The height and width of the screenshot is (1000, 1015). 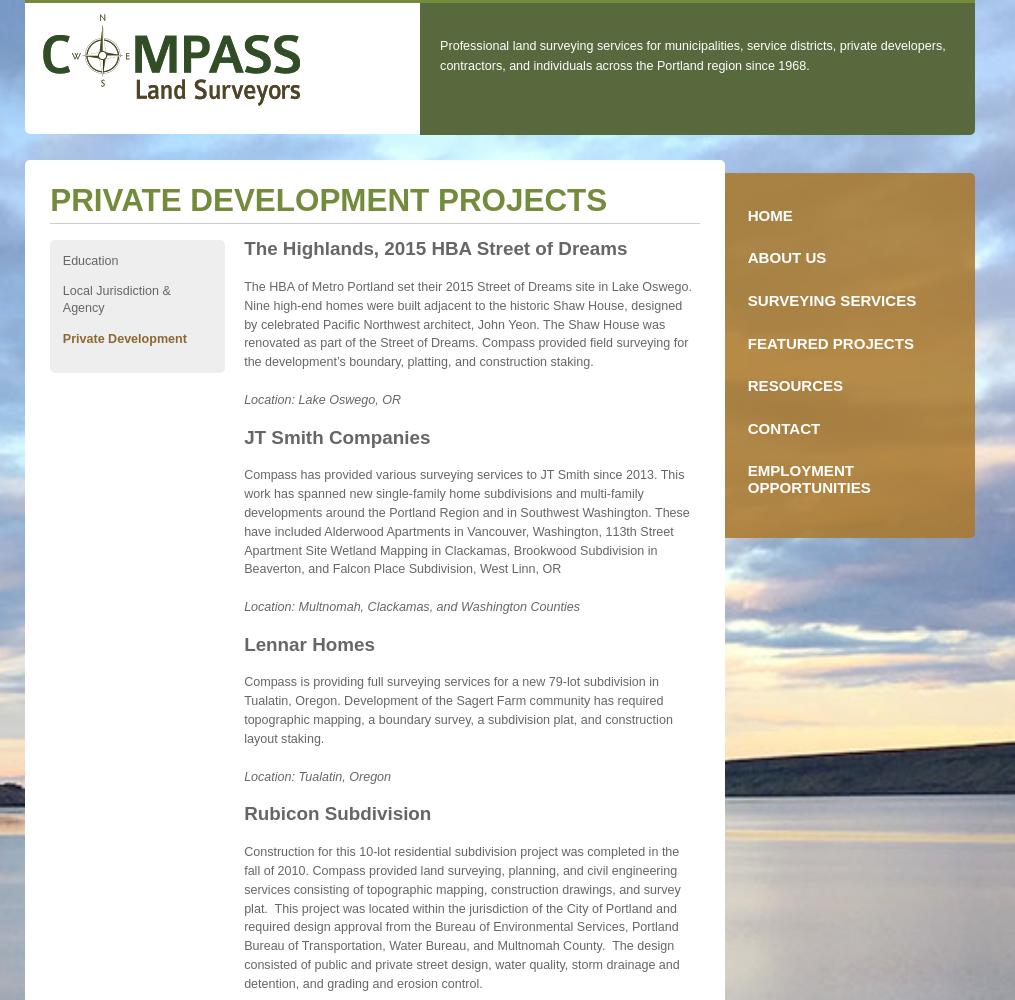 What do you see at coordinates (768, 213) in the screenshot?
I see `'Home'` at bounding box center [768, 213].